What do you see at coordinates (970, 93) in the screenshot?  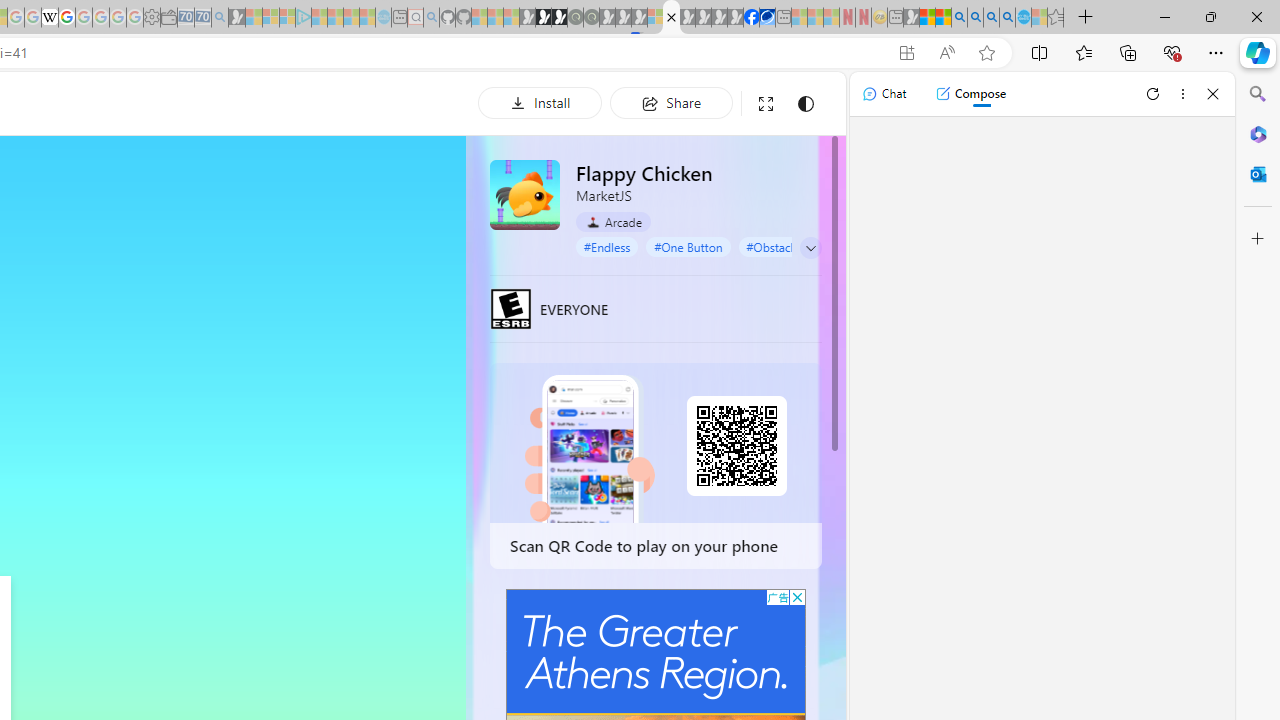 I see `'Compose'` at bounding box center [970, 93].